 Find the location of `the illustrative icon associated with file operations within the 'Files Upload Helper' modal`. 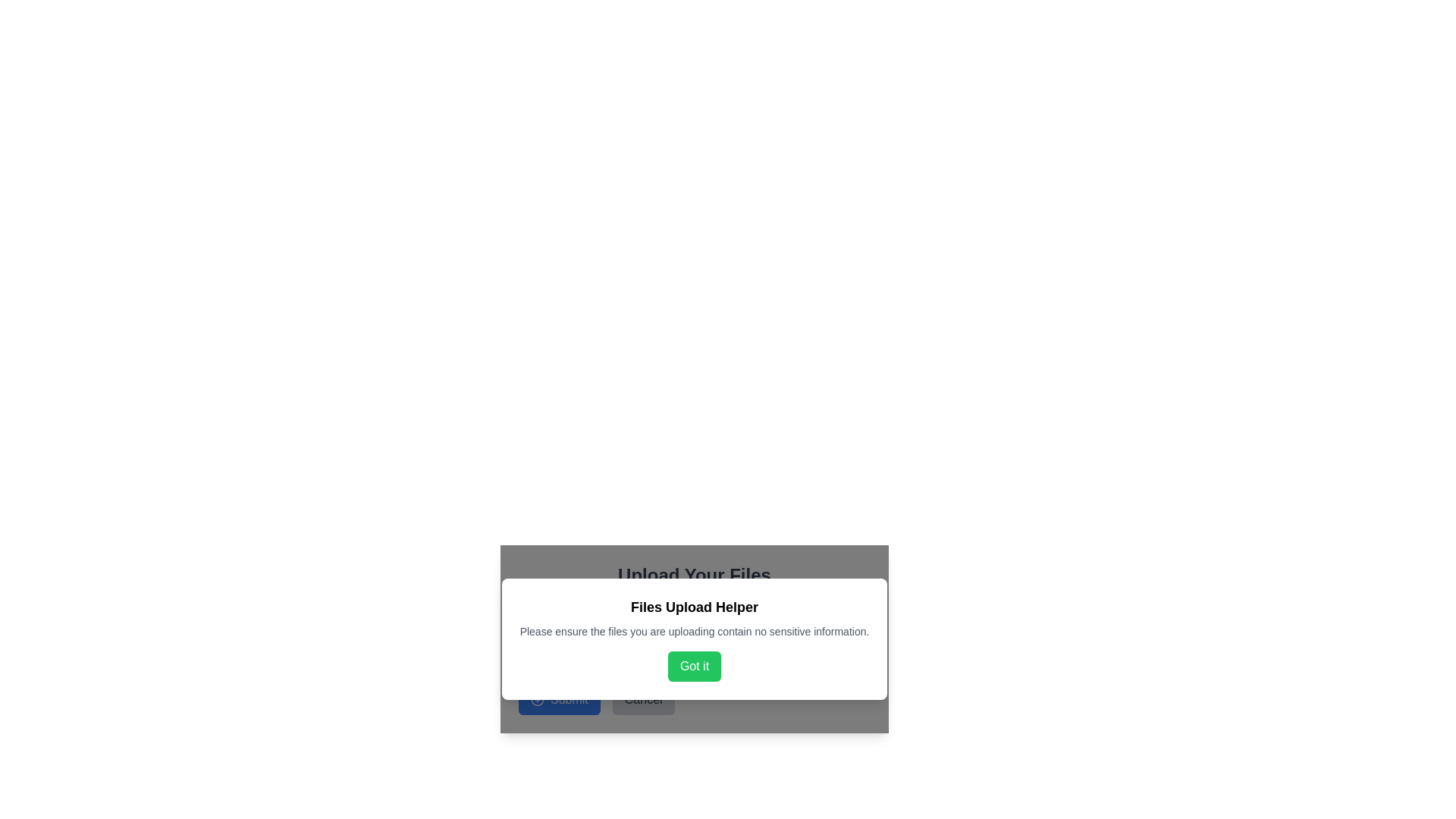

the illustrative icon associated with file operations within the 'Files Upload Helper' modal is located at coordinates (694, 632).